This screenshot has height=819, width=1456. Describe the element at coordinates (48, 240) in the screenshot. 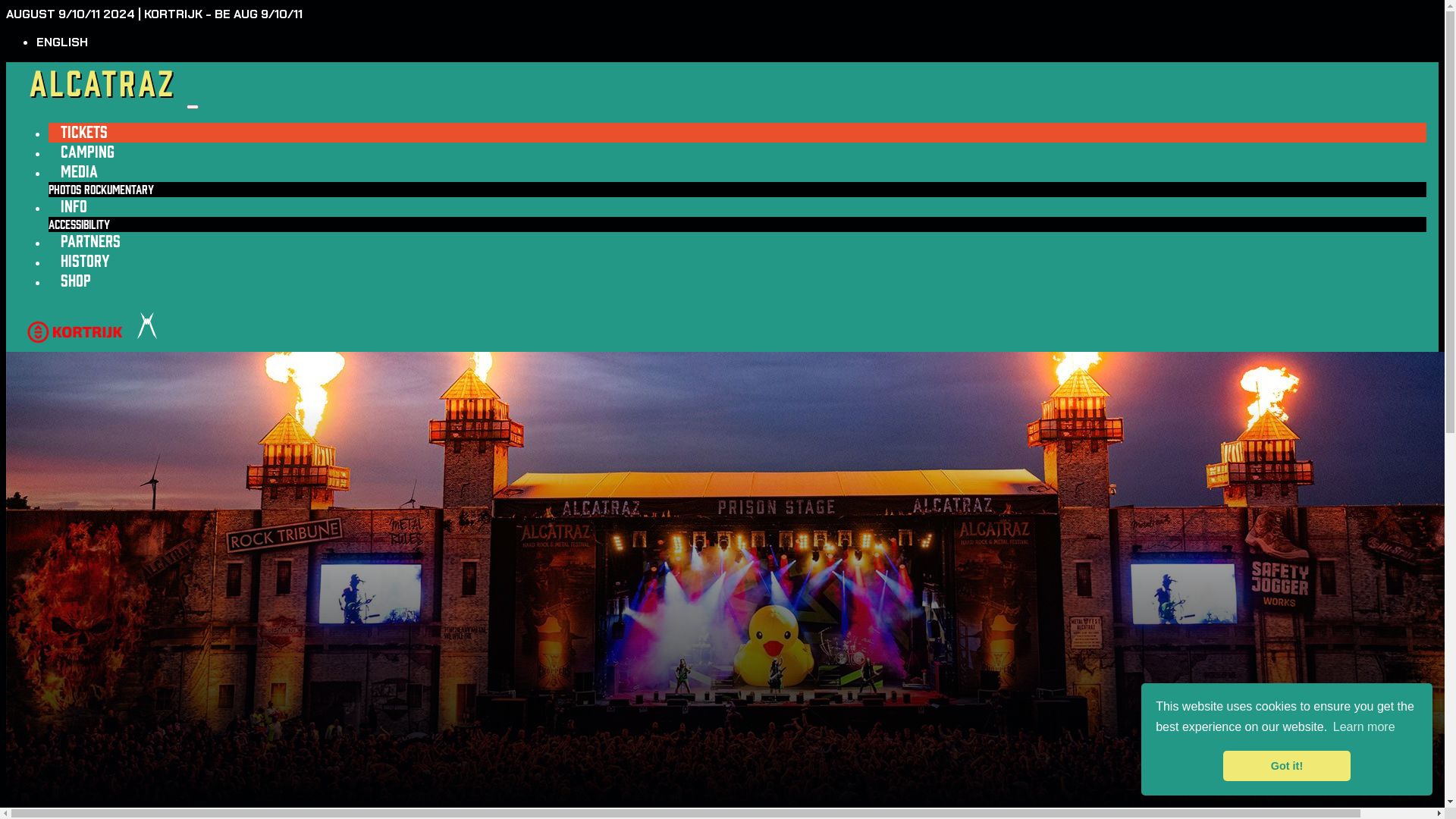

I see `'PARTNERS'` at that location.